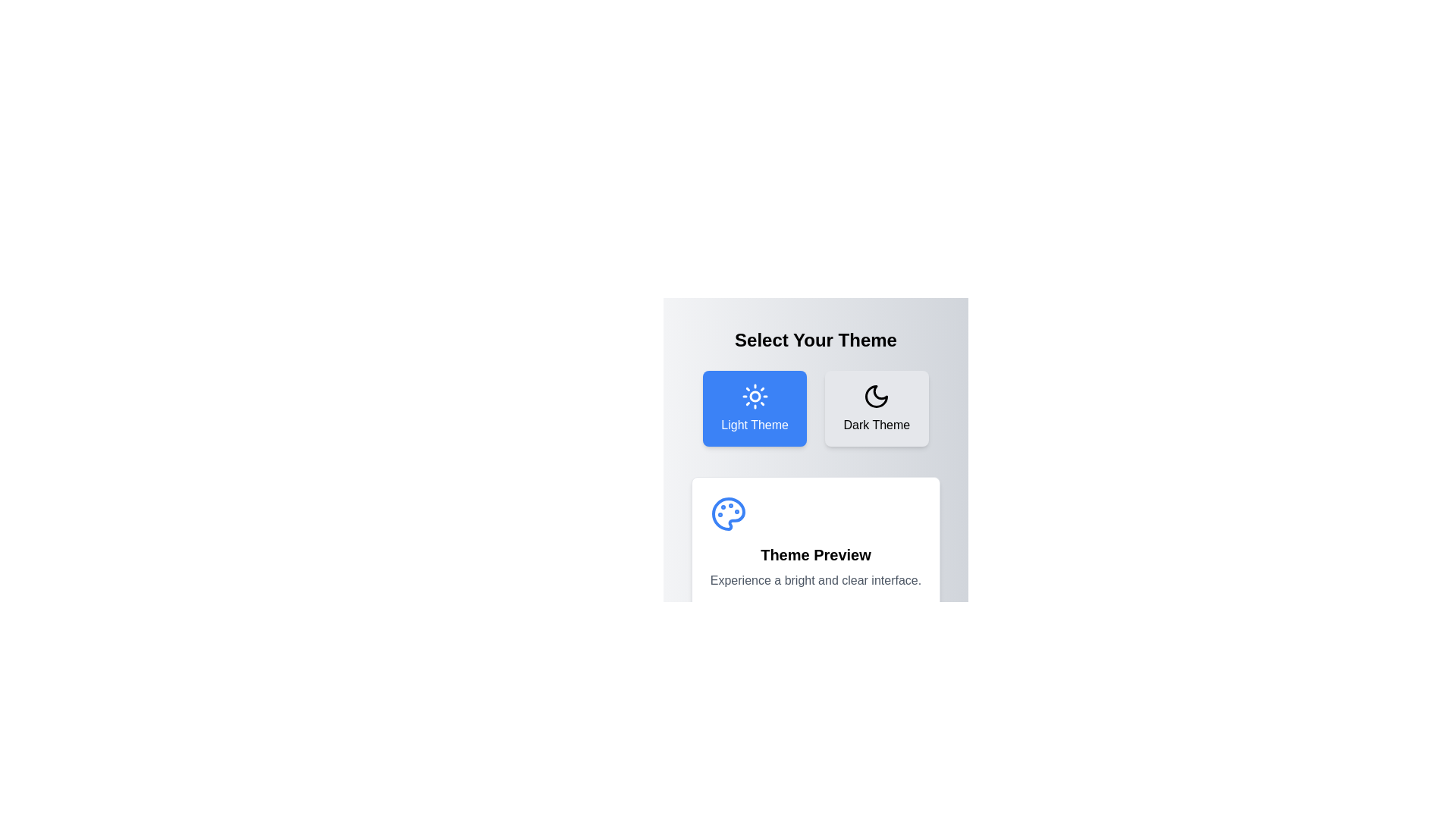  Describe the element at coordinates (755, 408) in the screenshot. I see `the button corresponding to the Light theme` at that location.